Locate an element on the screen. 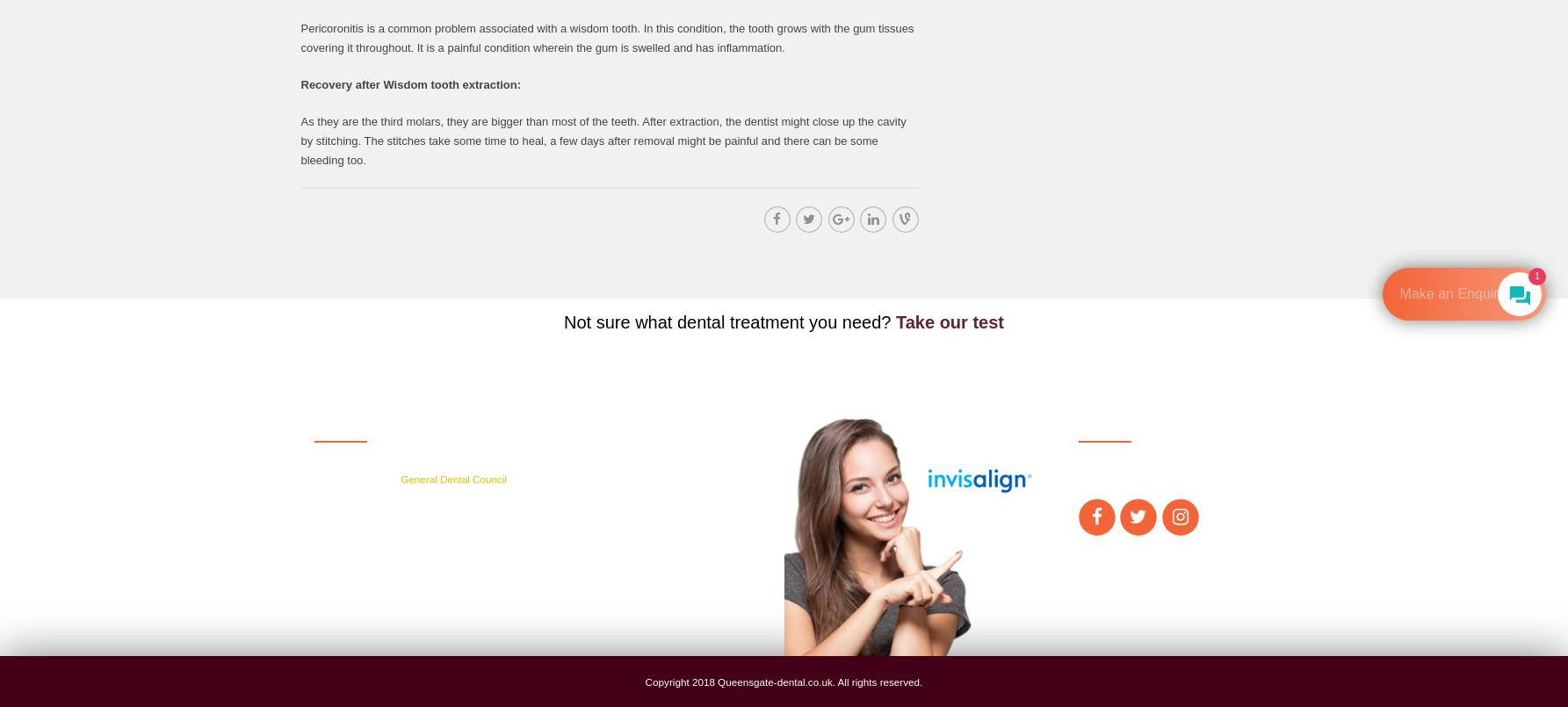 This screenshot has height=707, width=1568. 'Get in touch' is located at coordinates (314, 382).